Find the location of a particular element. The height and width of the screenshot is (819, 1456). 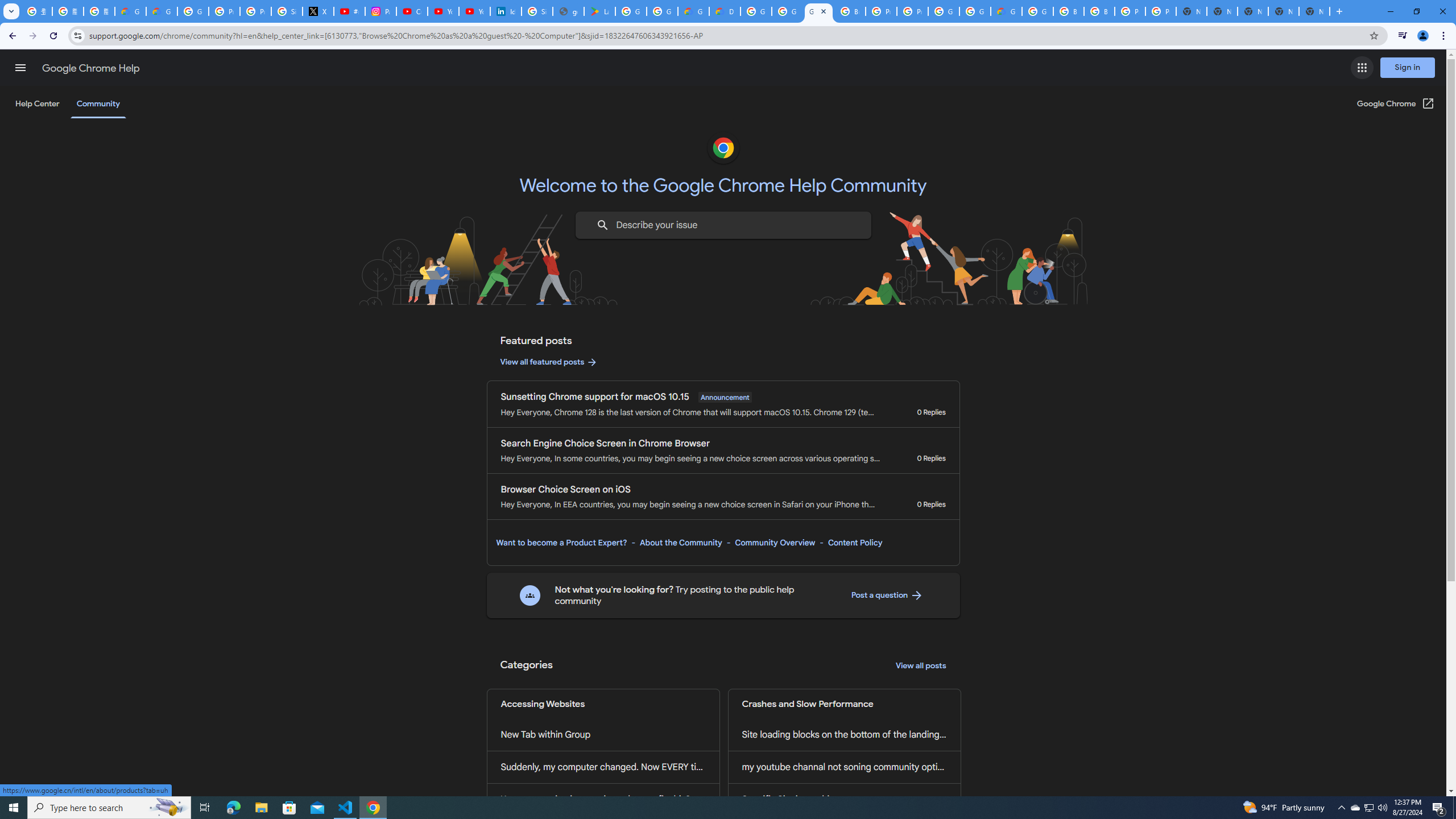

'About the Community' is located at coordinates (680, 542).